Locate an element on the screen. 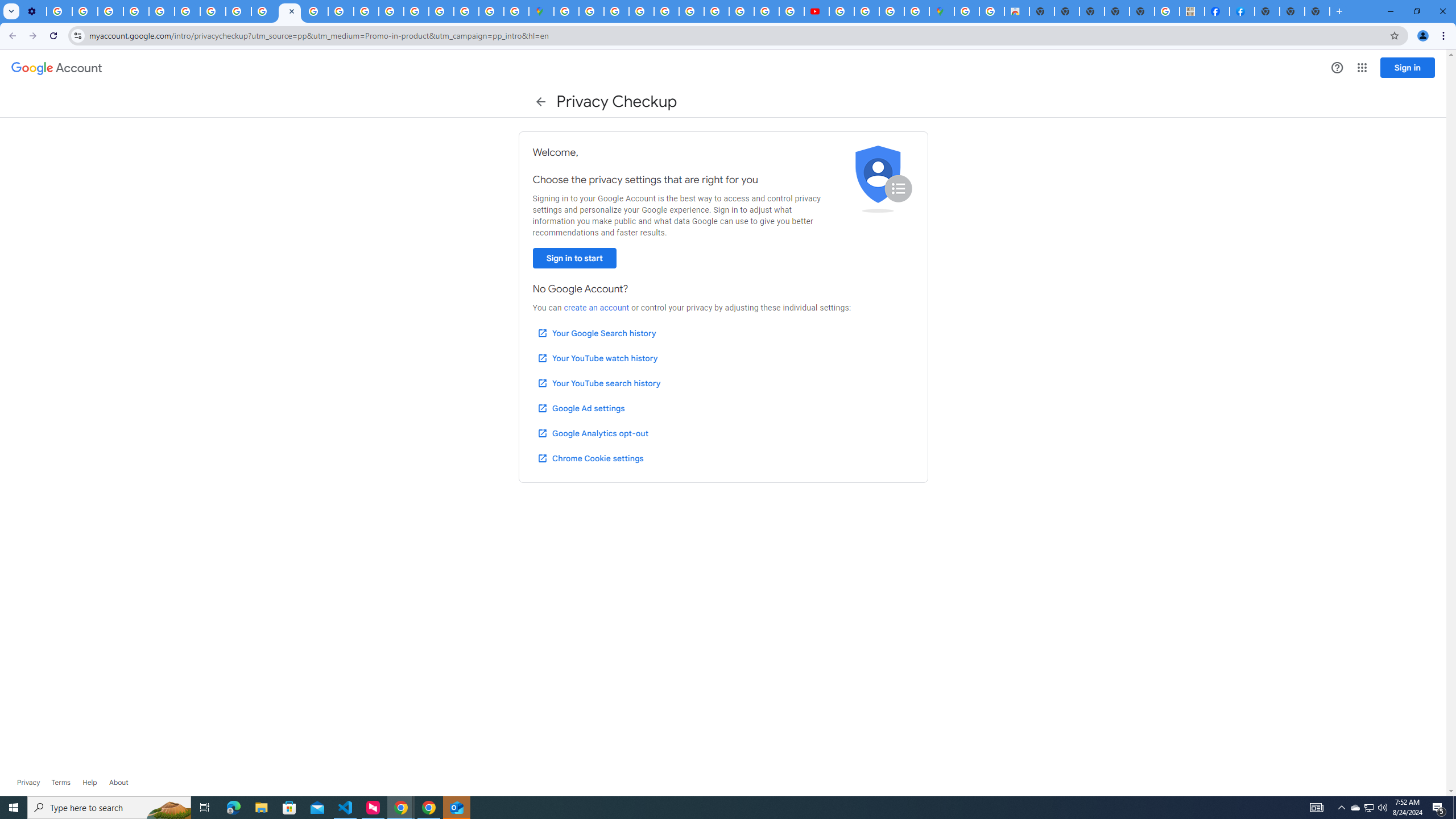  'Your Google Search history' is located at coordinates (596, 333).